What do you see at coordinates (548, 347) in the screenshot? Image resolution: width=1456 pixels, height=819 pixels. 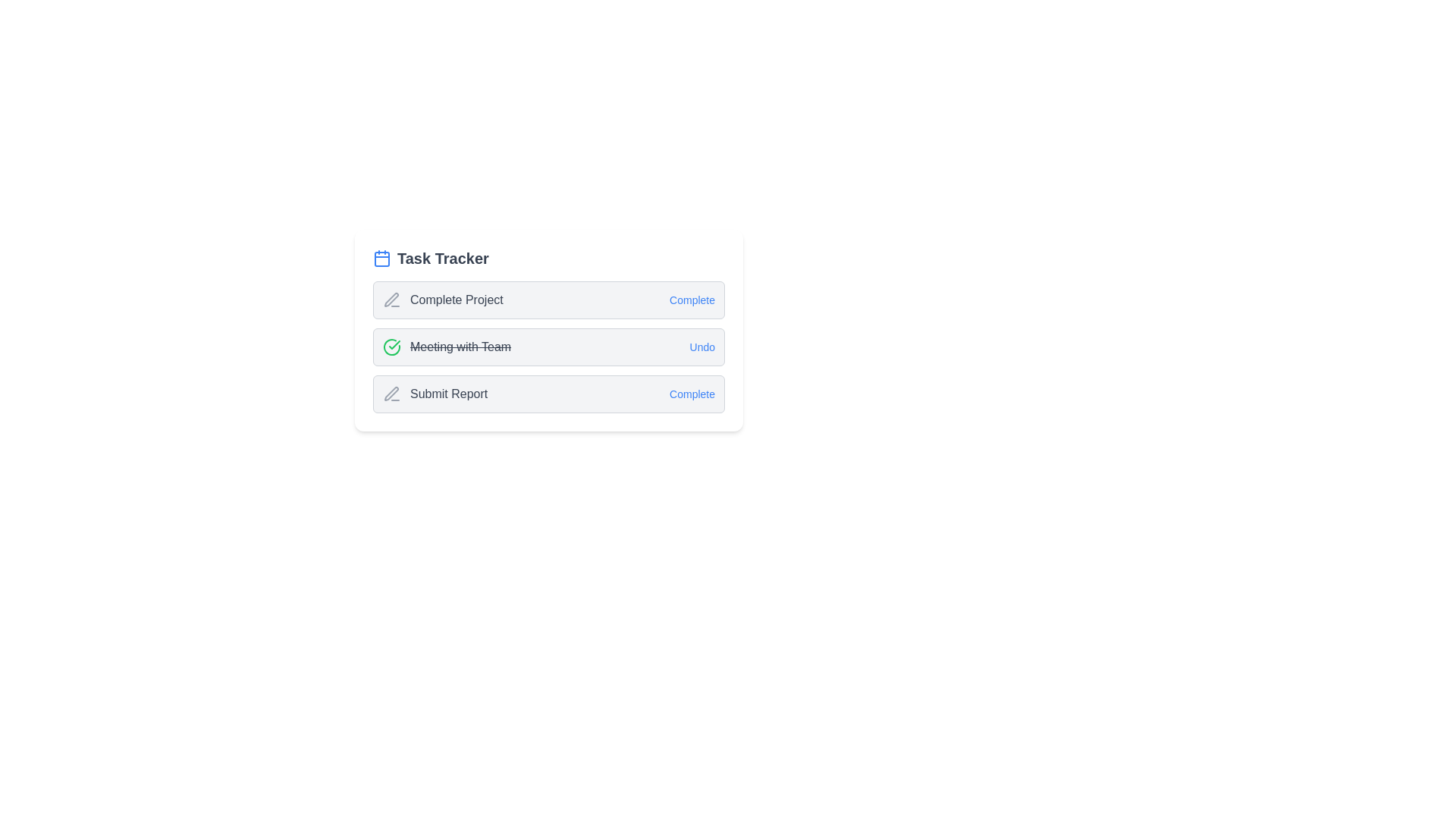 I see `the 'Undo' link in the Task item labeled 'Meeting with Team'` at bounding box center [548, 347].